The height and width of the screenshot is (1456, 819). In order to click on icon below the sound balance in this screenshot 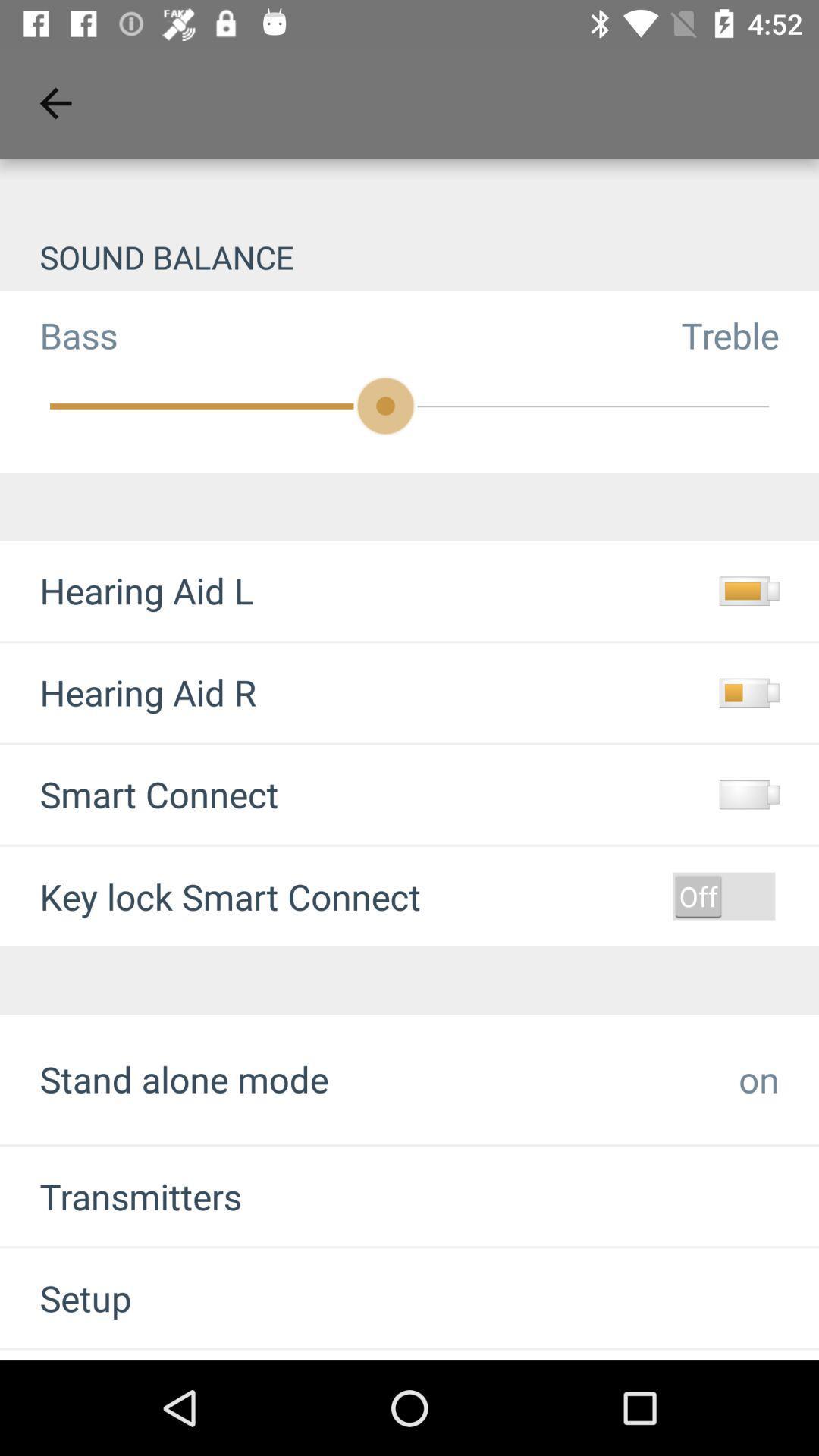, I will do `click(58, 334)`.